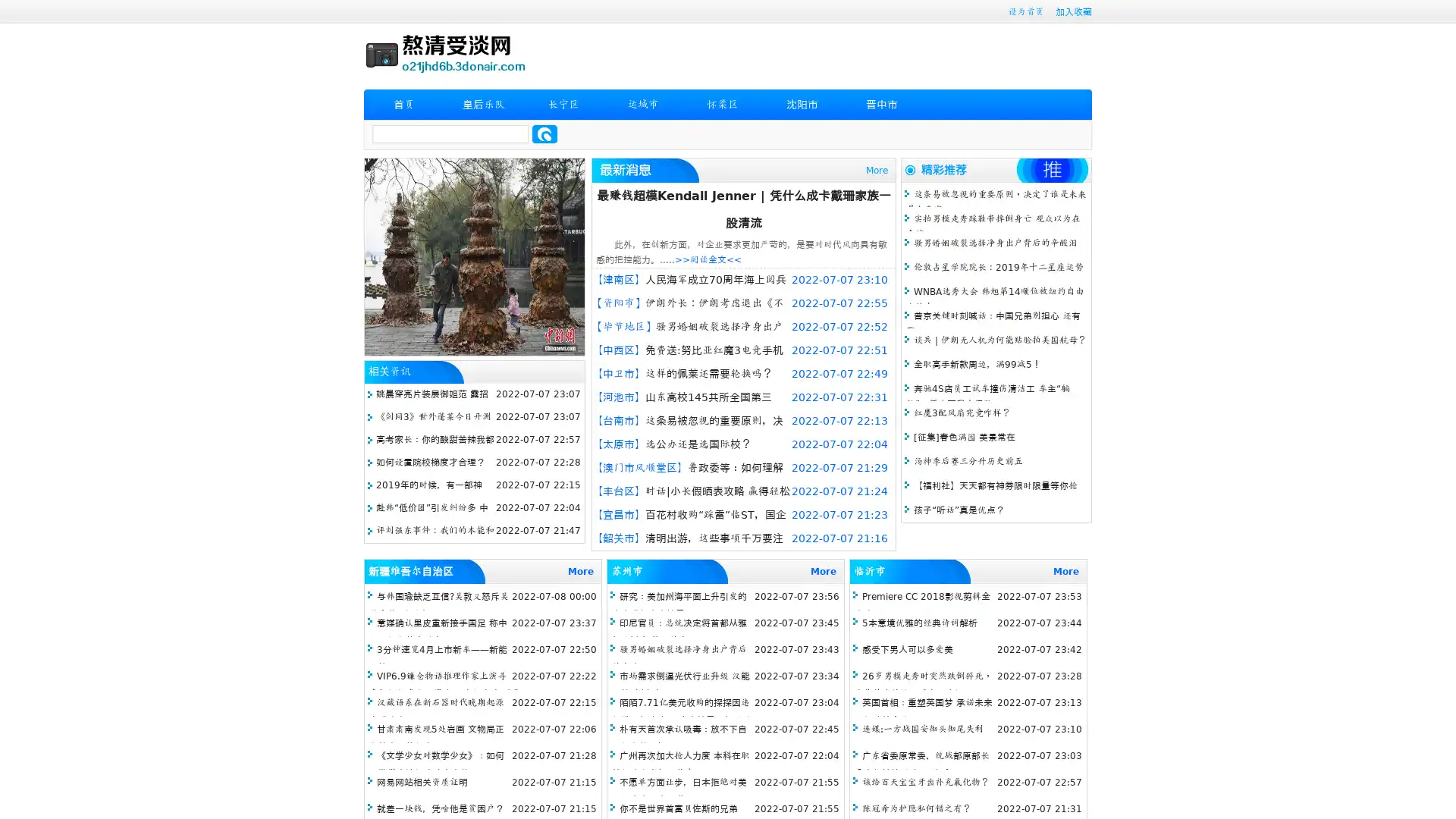 The width and height of the screenshot is (1456, 819). I want to click on Search, so click(544, 133).